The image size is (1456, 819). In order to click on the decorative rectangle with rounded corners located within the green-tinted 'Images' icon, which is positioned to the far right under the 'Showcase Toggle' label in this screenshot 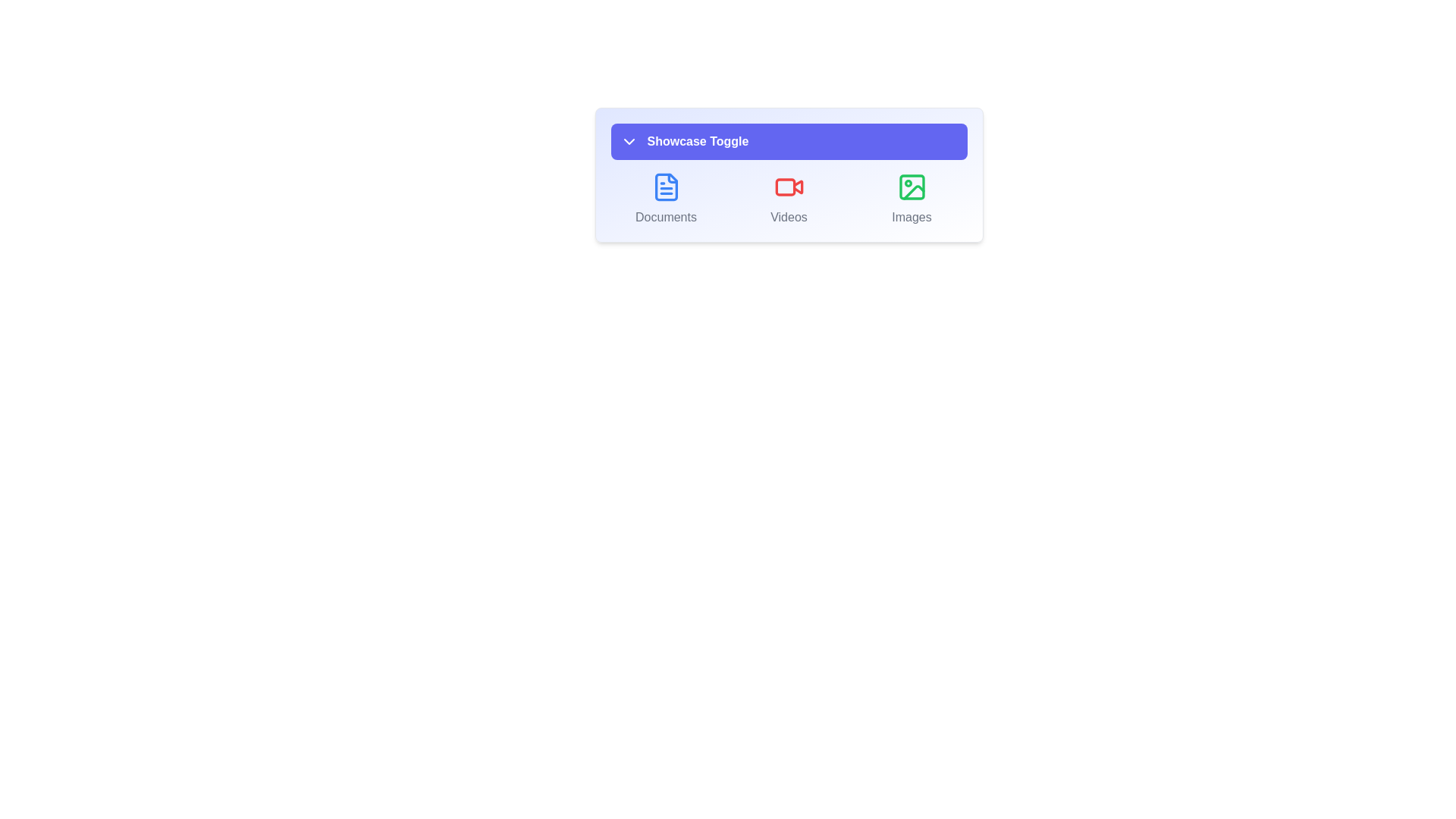, I will do `click(911, 186)`.